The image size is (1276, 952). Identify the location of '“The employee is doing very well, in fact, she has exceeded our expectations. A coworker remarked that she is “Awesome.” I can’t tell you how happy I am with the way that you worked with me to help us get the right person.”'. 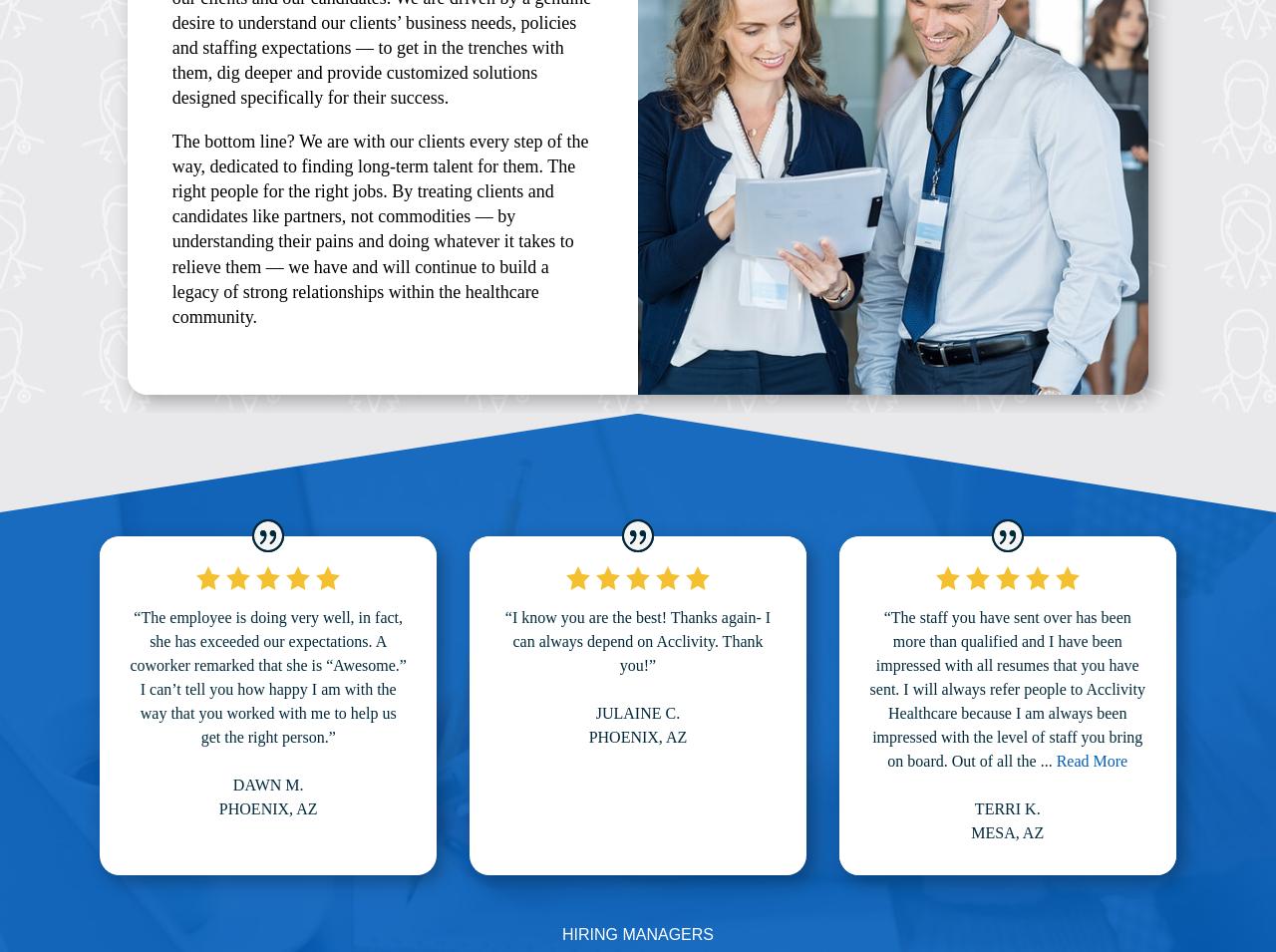
(266, 675).